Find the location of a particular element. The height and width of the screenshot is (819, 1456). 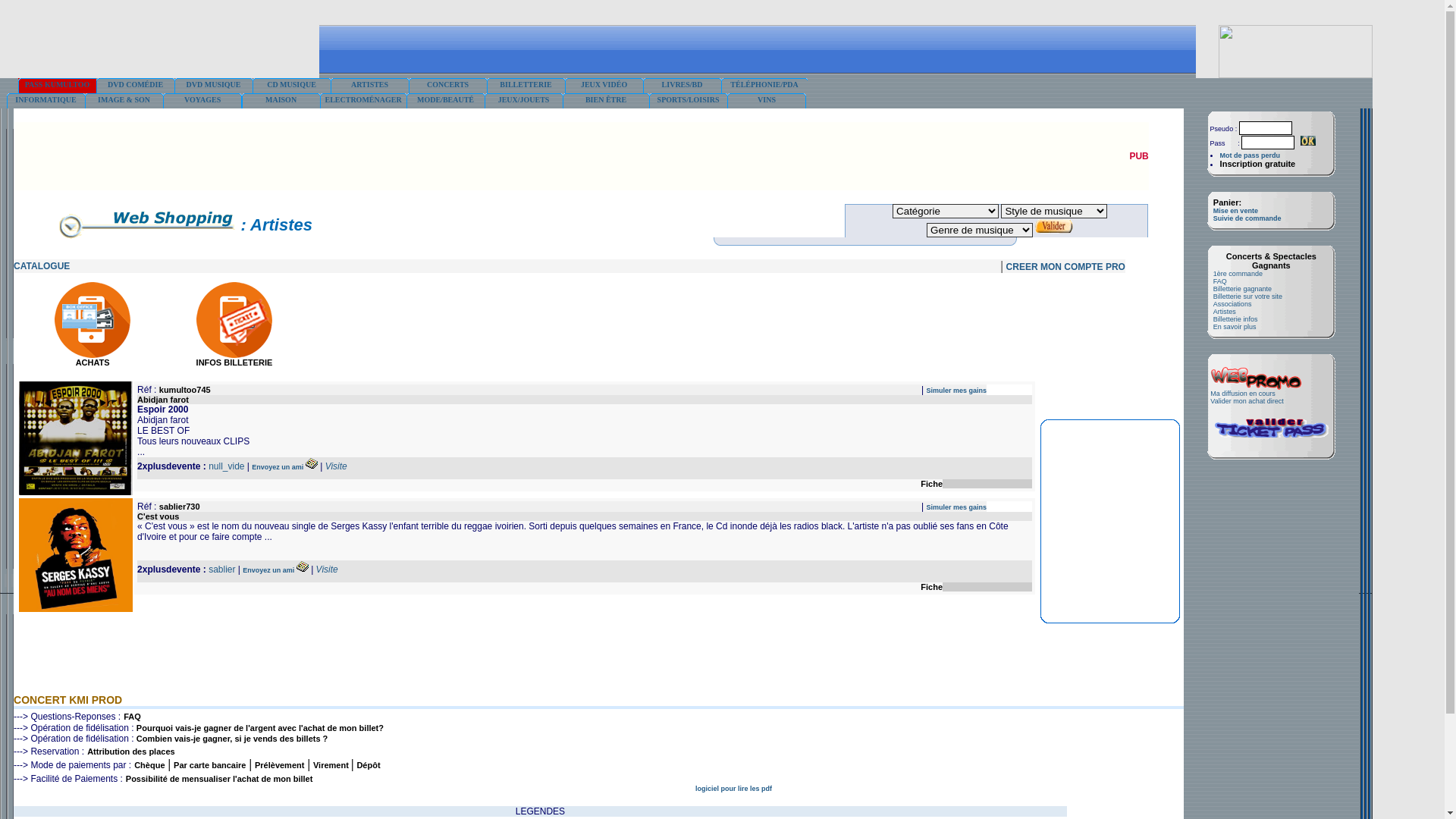

'Simuler mes gains' is located at coordinates (956, 390).